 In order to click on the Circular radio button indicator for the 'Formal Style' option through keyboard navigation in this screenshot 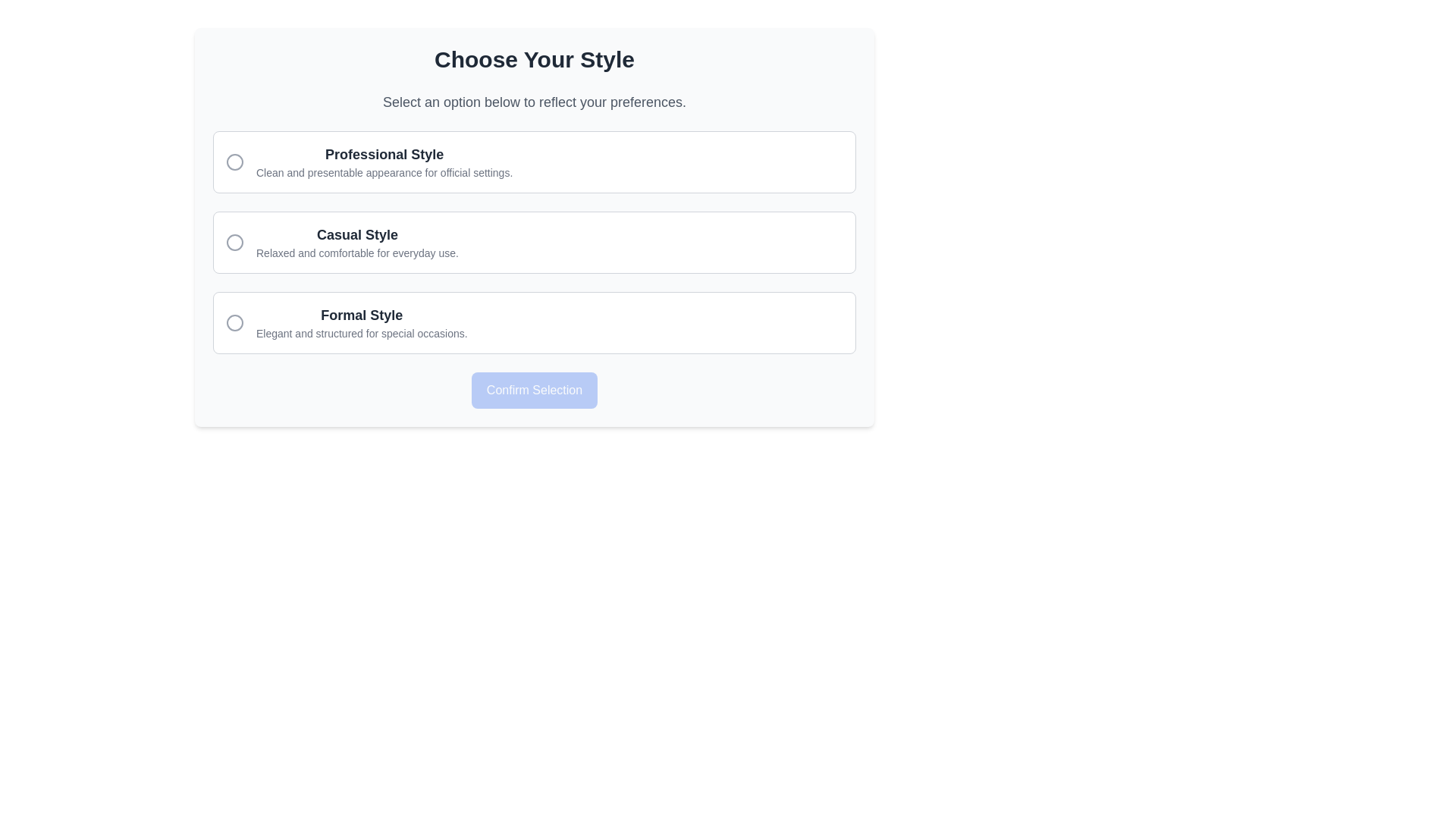, I will do `click(234, 322)`.